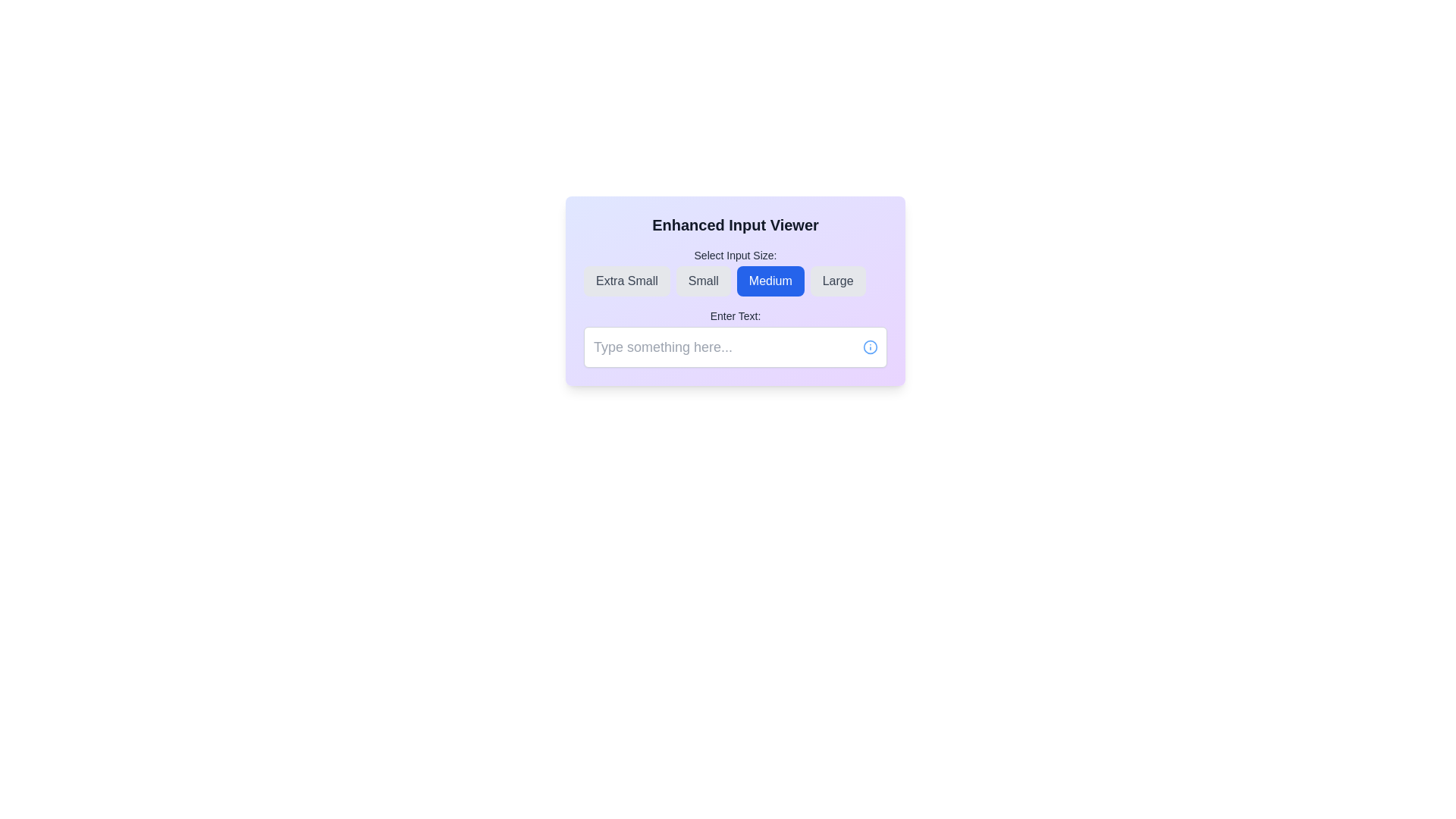 The height and width of the screenshot is (819, 1456). Describe the element at coordinates (626, 281) in the screenshot. I see `the 'Extra Small' size button in the Enhanced Input Viewer pop-up` at that location.